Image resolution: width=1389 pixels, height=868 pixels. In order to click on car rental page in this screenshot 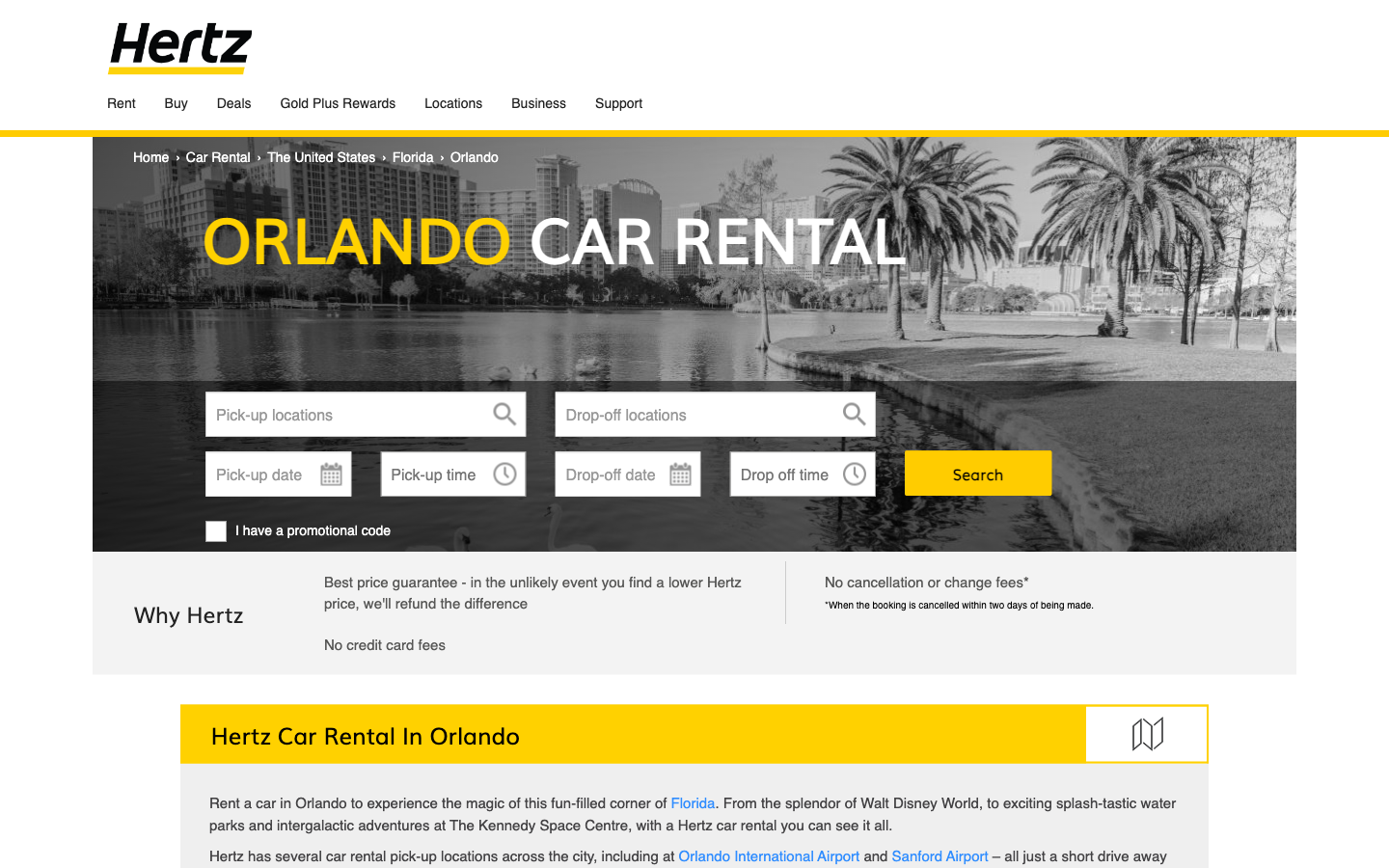, I will do `click(218, 156)`.